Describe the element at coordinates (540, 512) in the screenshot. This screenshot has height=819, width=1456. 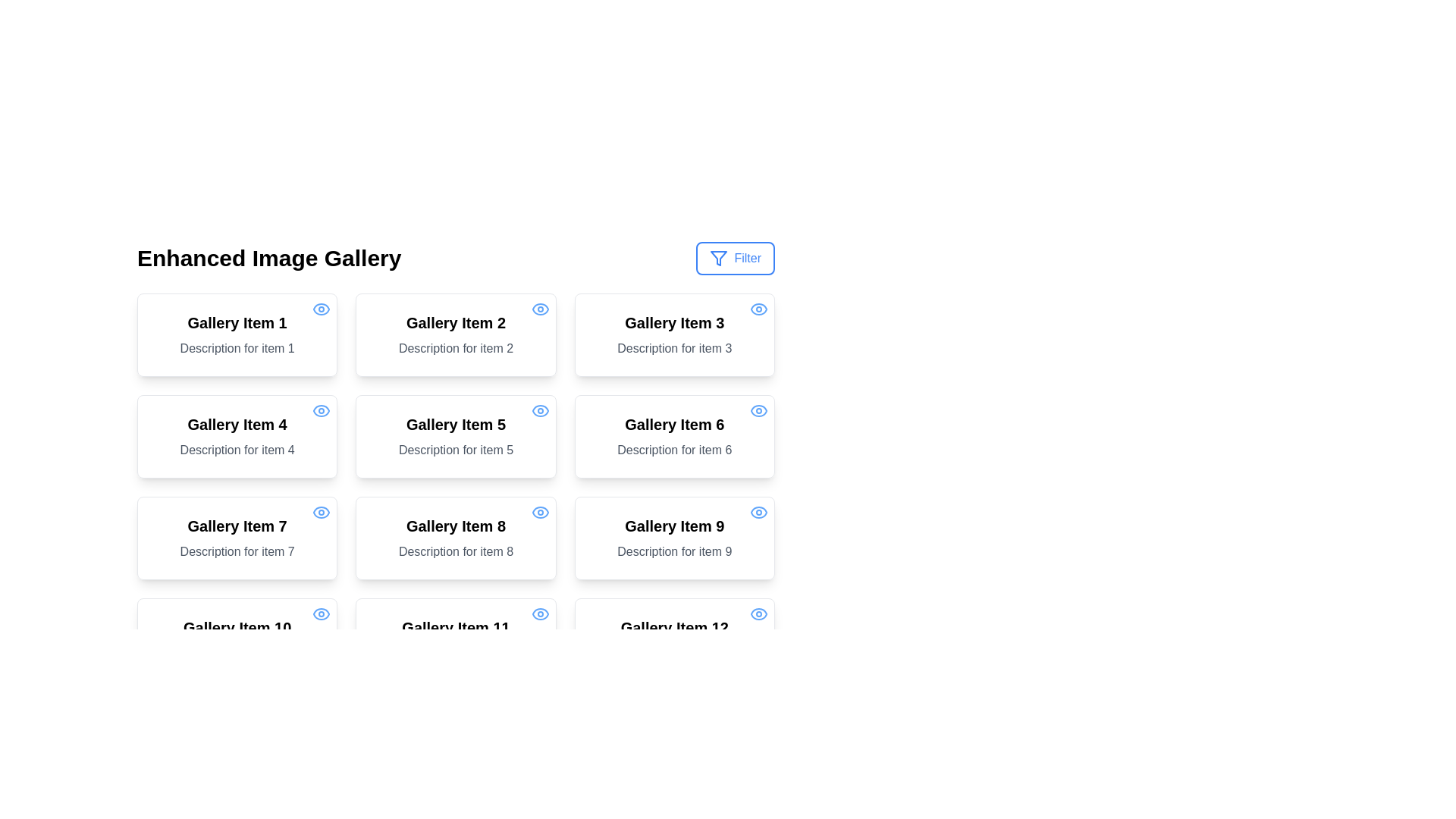
I see `the visibility icon located in the top-right corner of the card labeled 'Gallery Item 8' in the third row of the gallery grid` at that location.